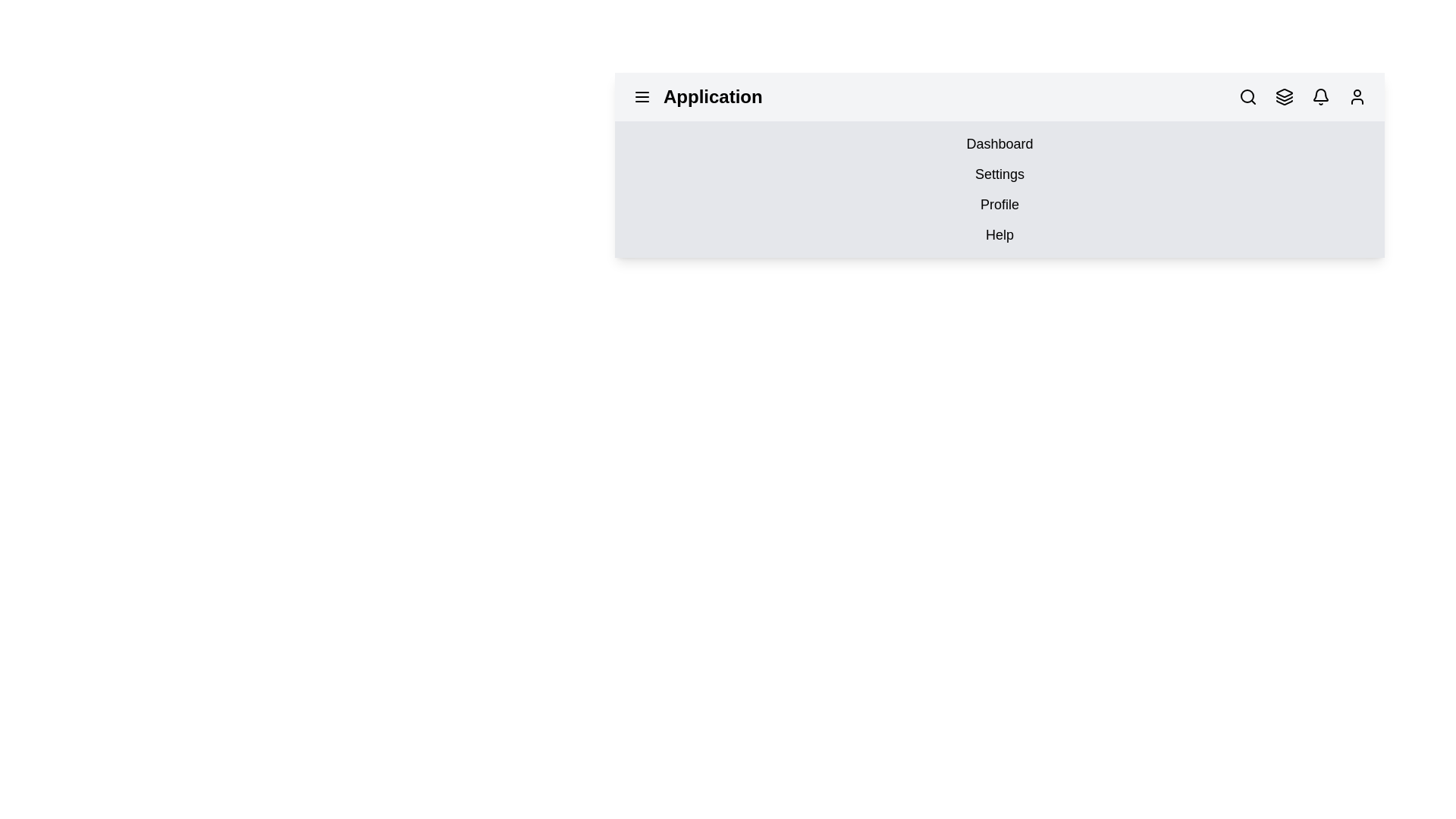  I want to click on the menu option labeled Profile, so click(999, 205).